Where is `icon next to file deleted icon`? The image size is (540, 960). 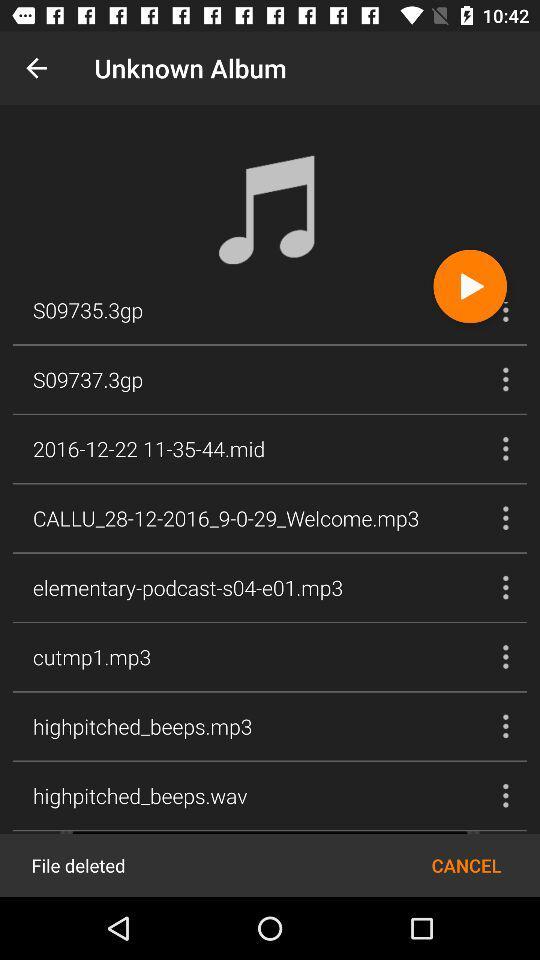
icon next to file deleted icon is located at coordinates (466, 864).